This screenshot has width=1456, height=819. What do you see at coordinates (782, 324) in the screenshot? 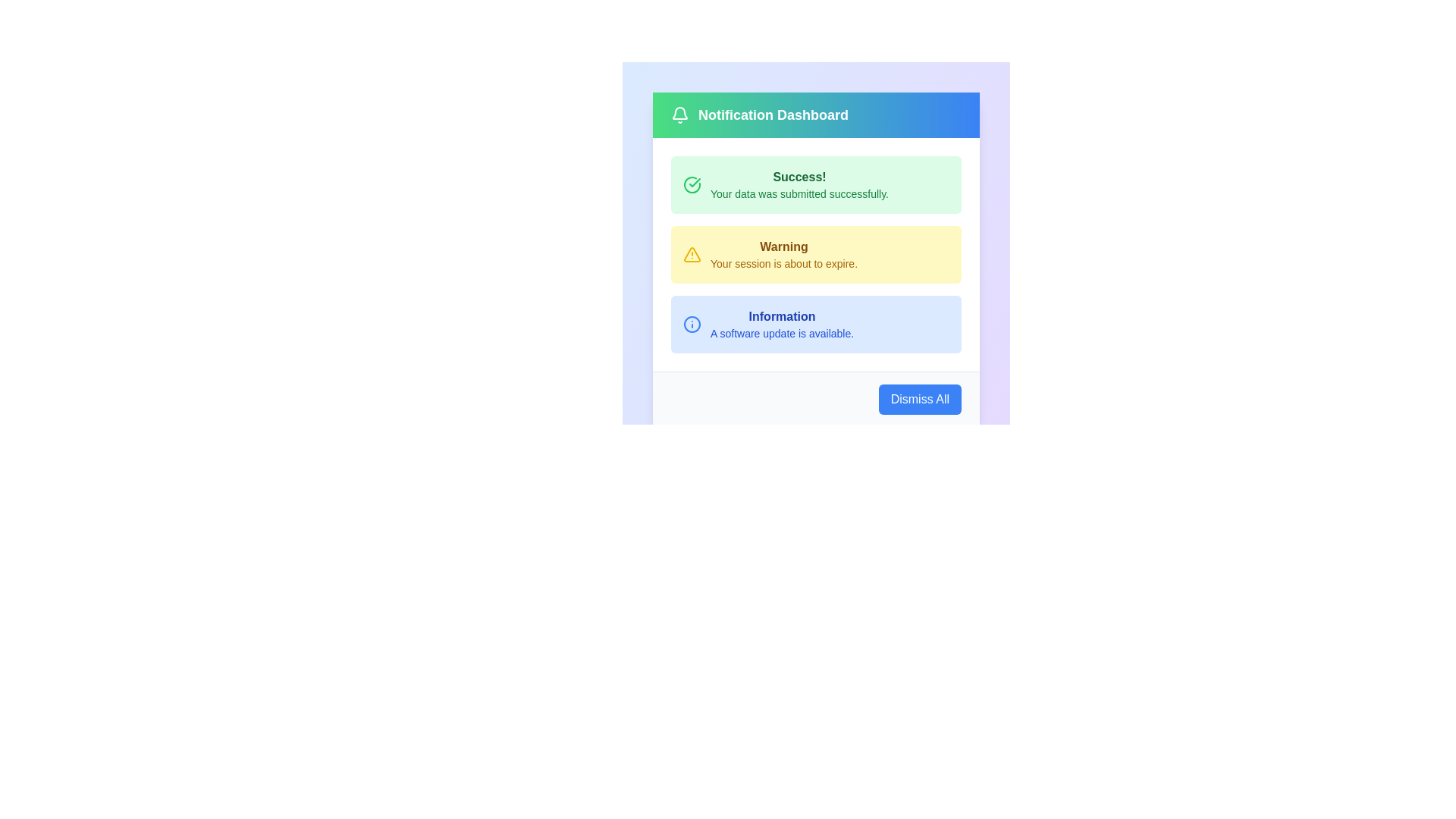
I see `the information display text block that indicates a software update is available, located in the third notification block beneath the 'Warning' notification` at bounding box center [782, 324].